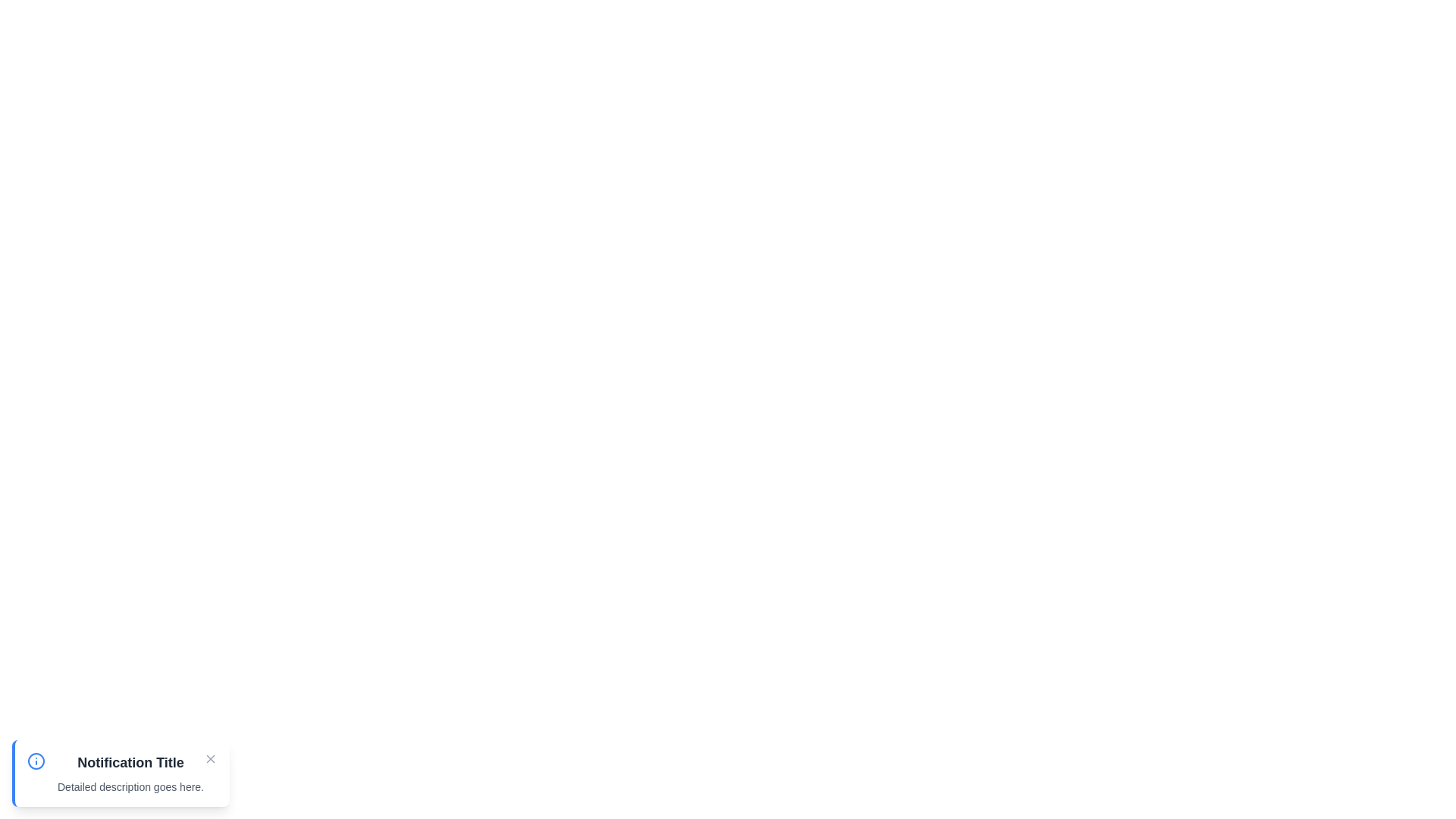  What do you see at coordinates (210, 759) in the screenshot?
I see `the close button of the notification to dismiss it` at bounding box center [210, 759].